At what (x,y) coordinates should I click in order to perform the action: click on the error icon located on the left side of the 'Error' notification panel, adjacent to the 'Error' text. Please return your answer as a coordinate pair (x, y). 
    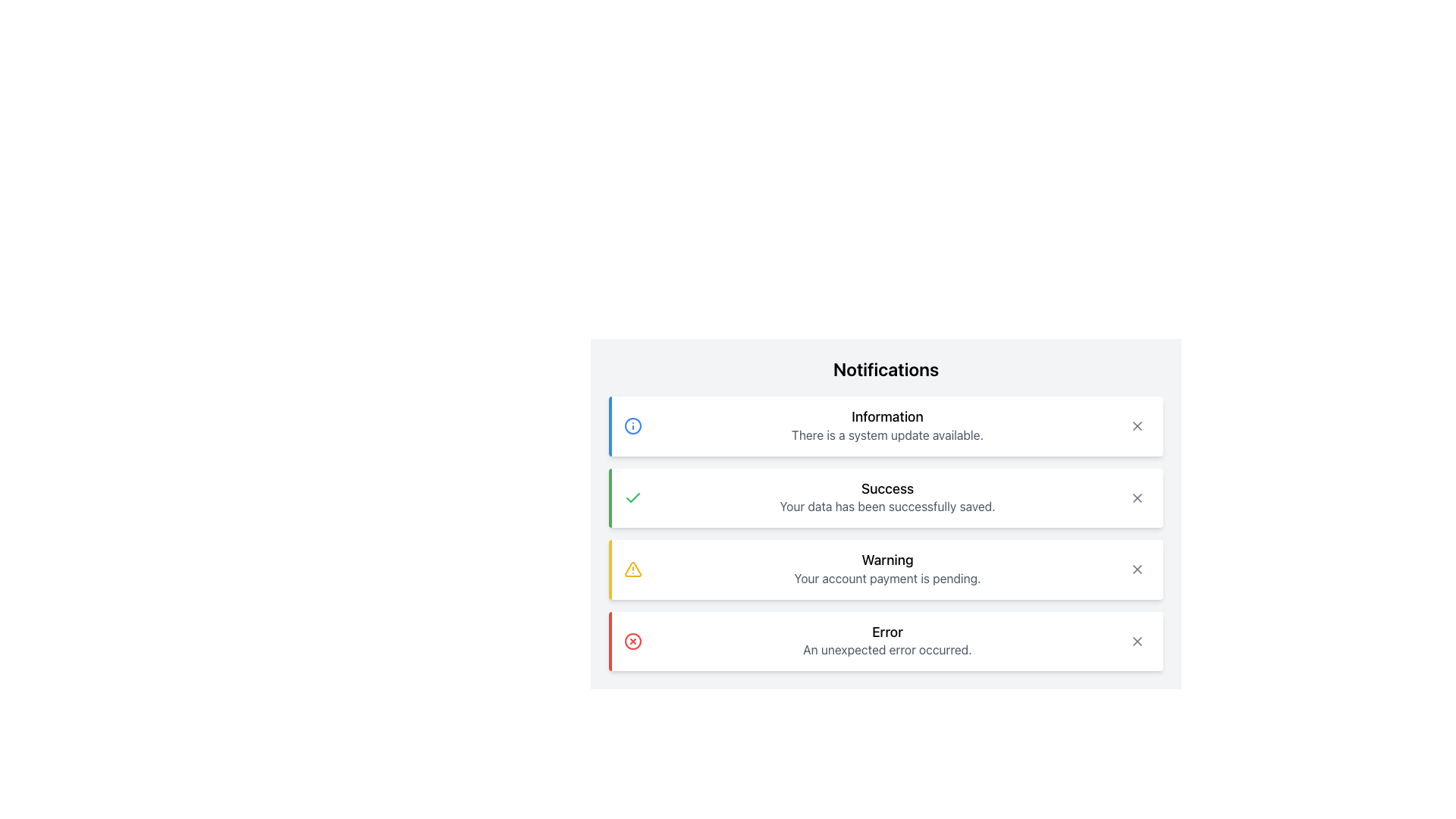
    Looking at the image, I should click on (633, 640).